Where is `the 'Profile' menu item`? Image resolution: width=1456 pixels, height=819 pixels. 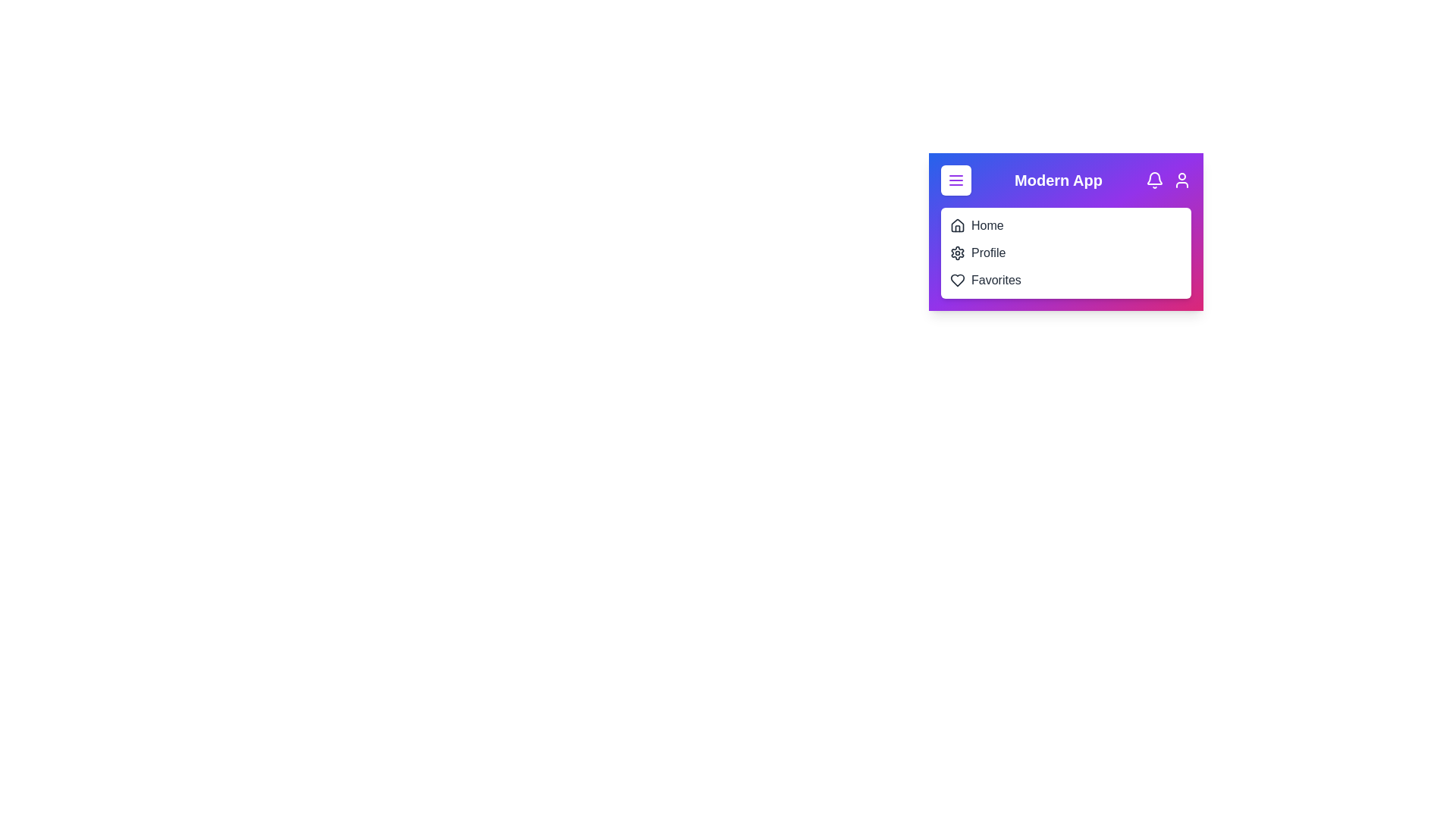 the 'Profile' menu item is located at coordinates (988, 253).